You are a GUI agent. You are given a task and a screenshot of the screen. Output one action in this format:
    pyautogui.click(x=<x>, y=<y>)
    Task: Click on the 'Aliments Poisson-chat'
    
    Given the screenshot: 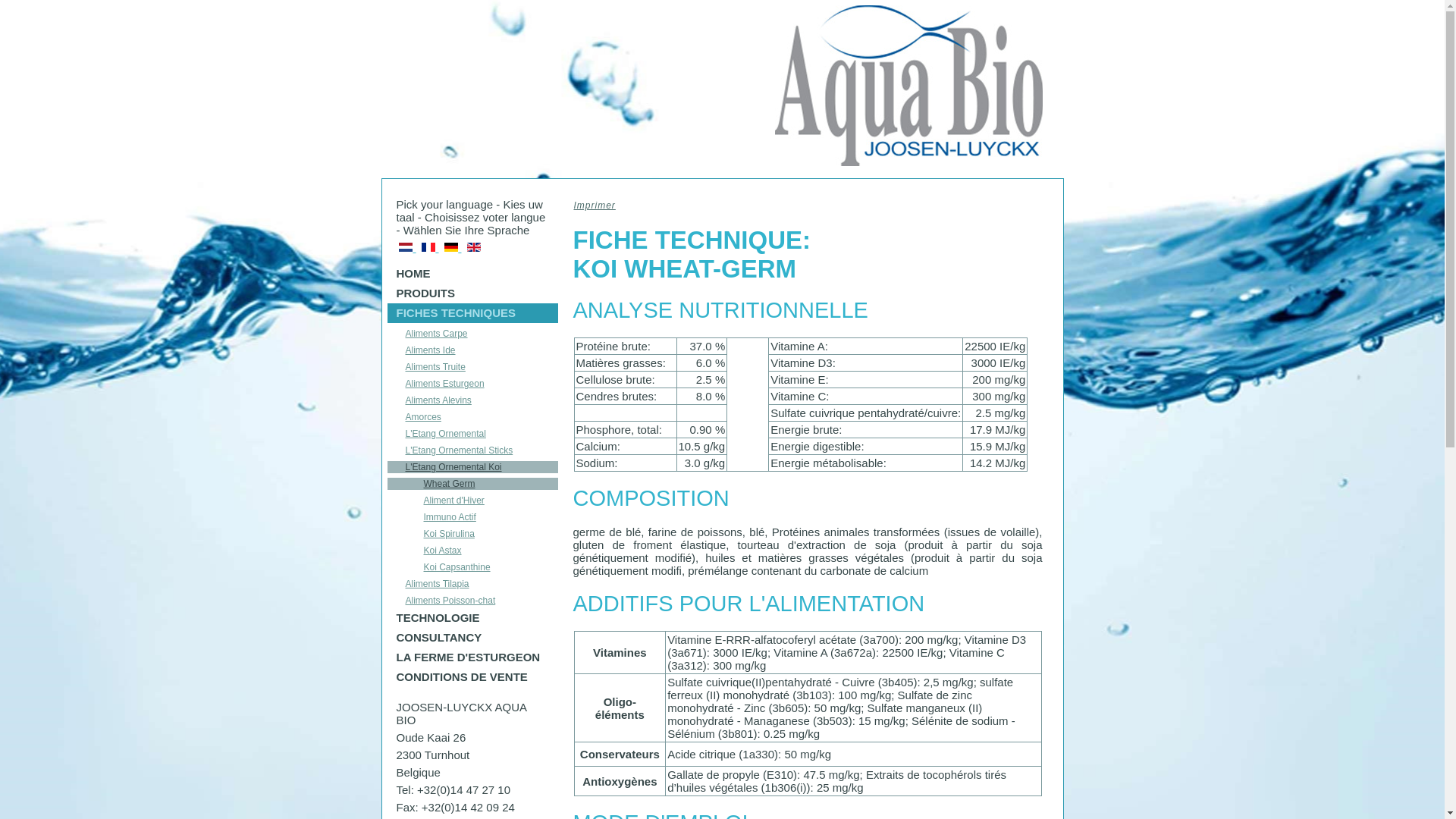 What is the action you would take?
    pyautogui.click(x=386, y=599)
    